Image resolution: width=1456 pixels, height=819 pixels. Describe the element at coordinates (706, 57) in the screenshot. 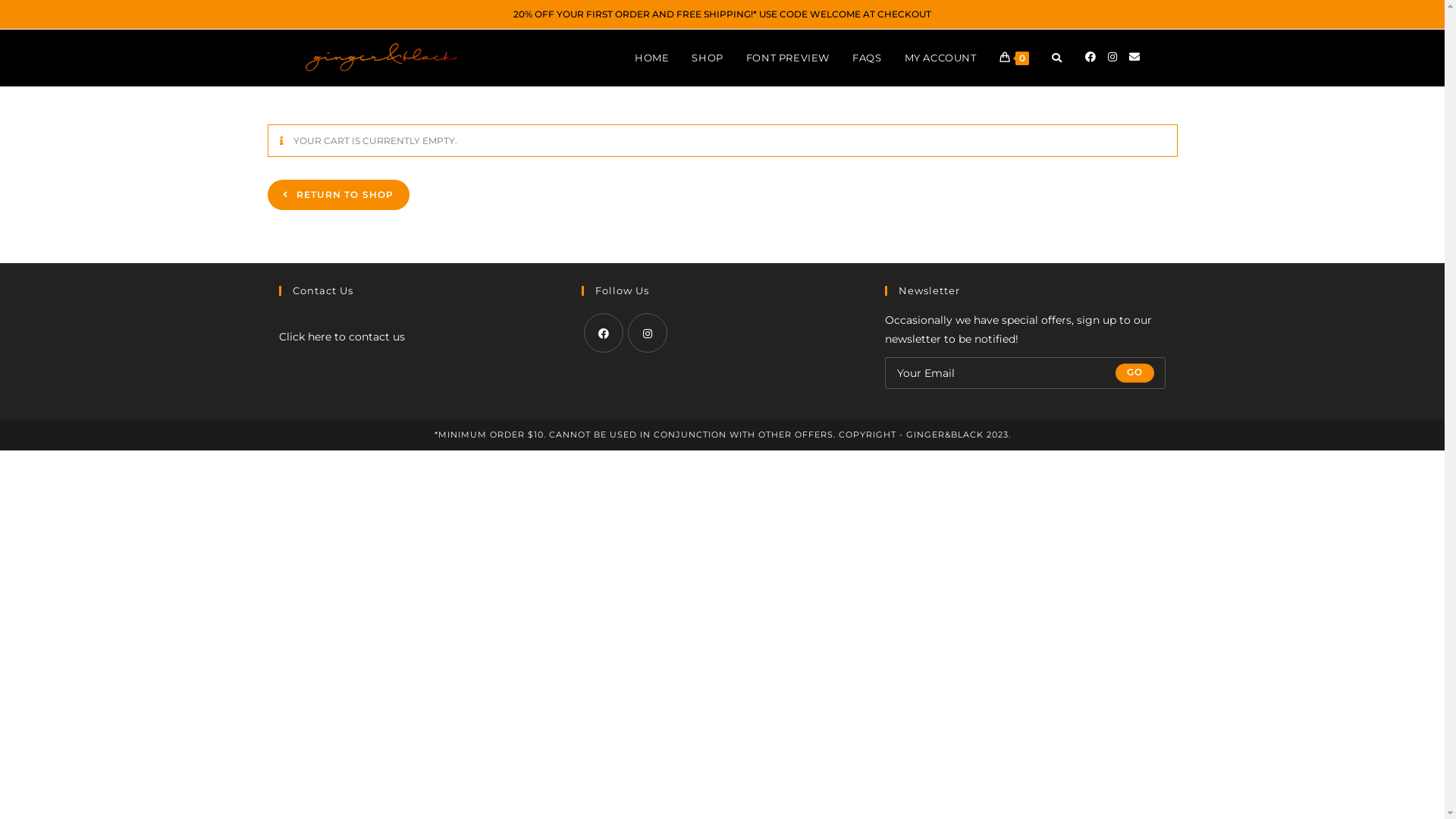

I see `'SHOP'` at that location.